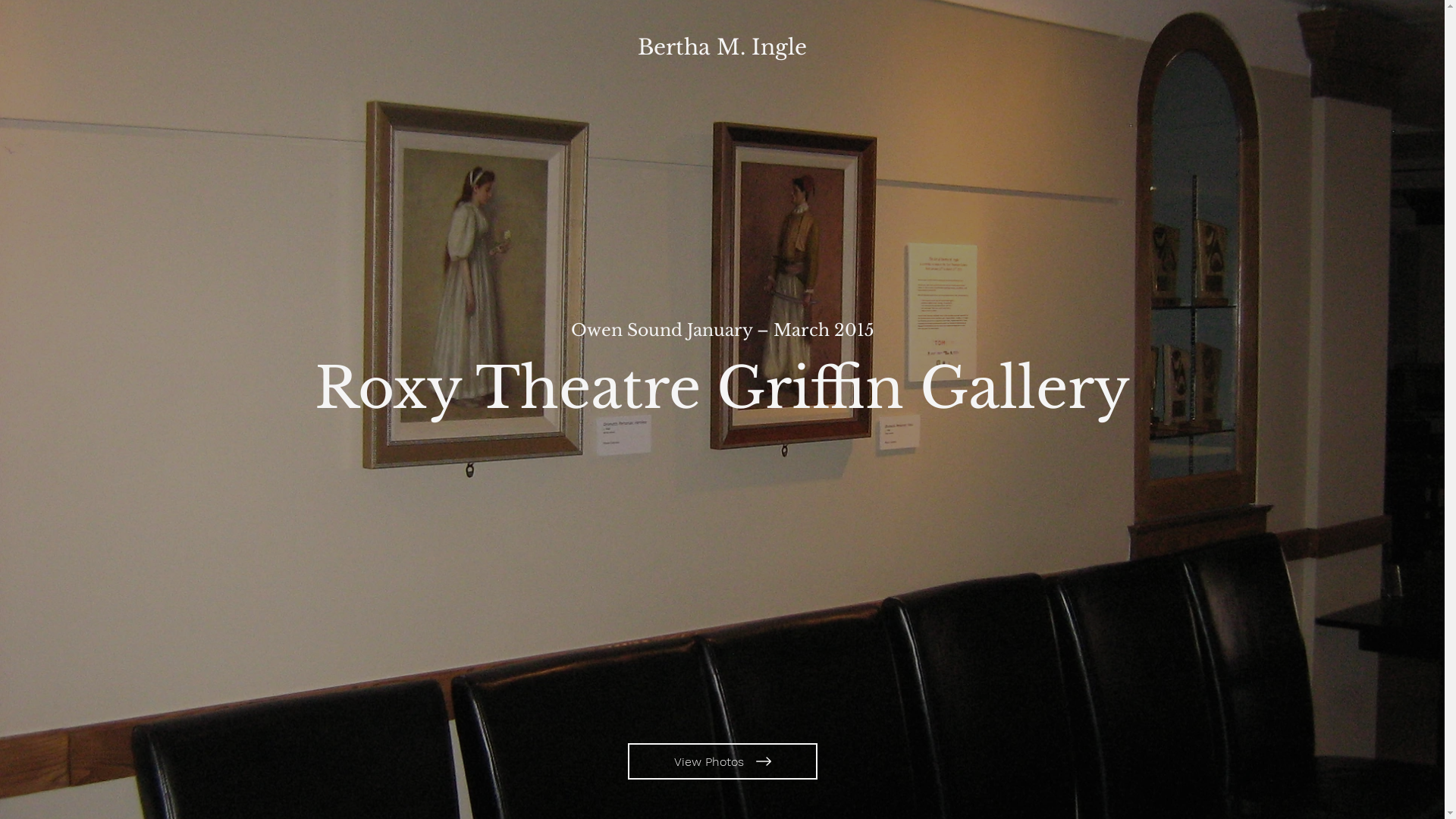  I want to click on 'View Photos', so click(722, 761).